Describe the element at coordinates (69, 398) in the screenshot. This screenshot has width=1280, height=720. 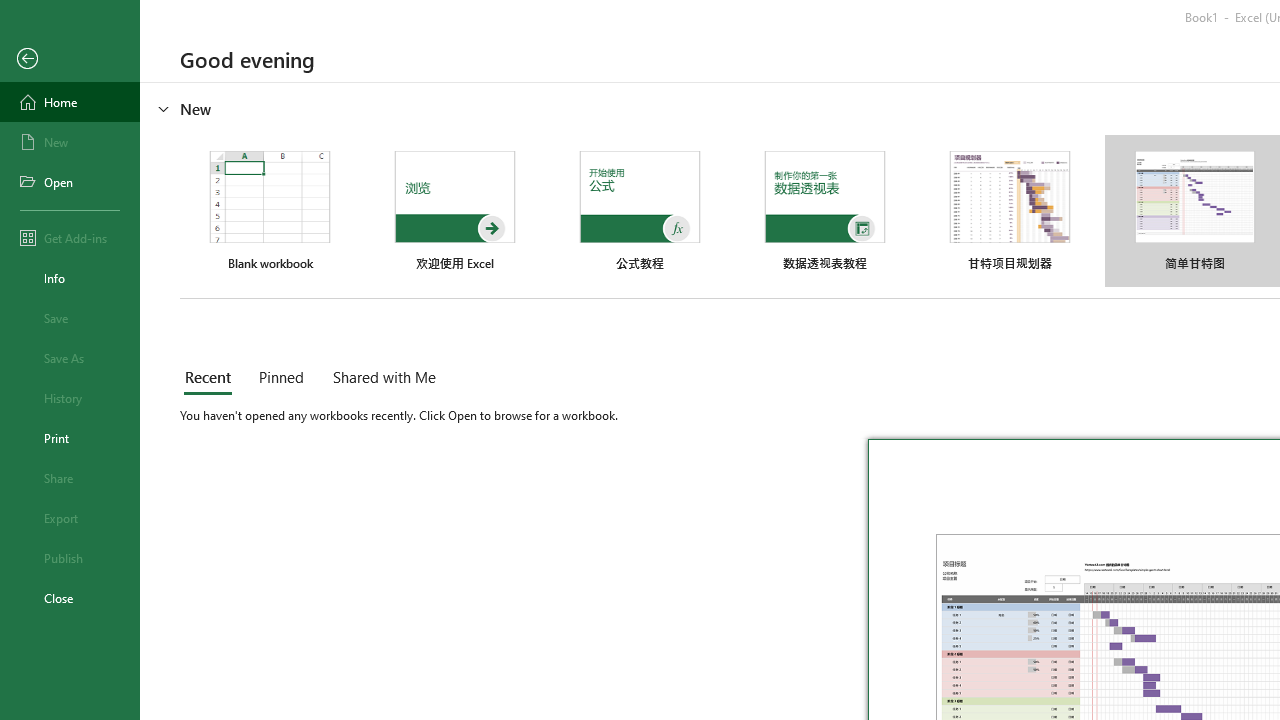
I see `'History'` at that location.